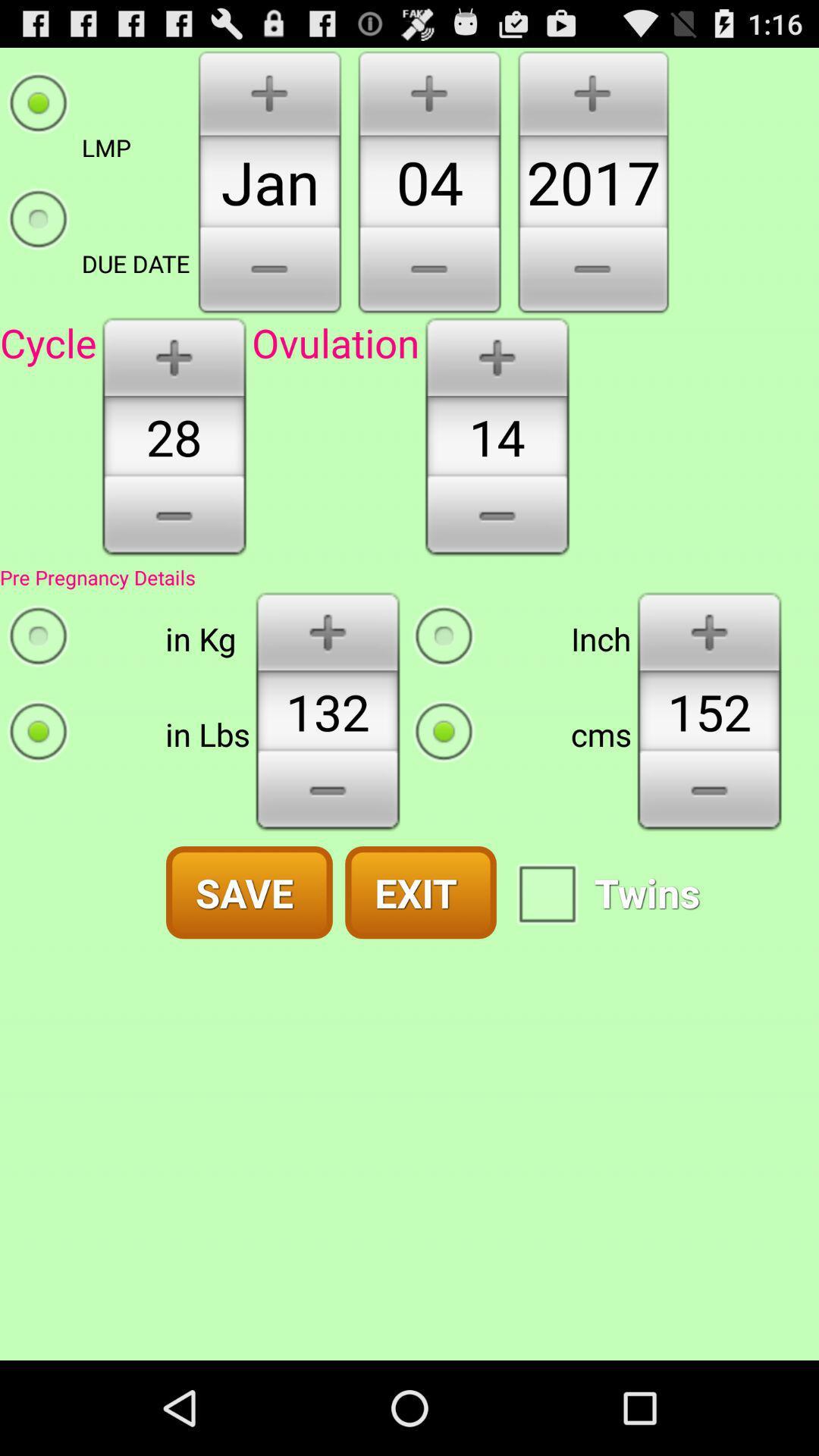 This screenshot has height=1456, width=819. Describe the element at coordinates (268, 272) in the screenshot. I see `which is beside due date` at that location.